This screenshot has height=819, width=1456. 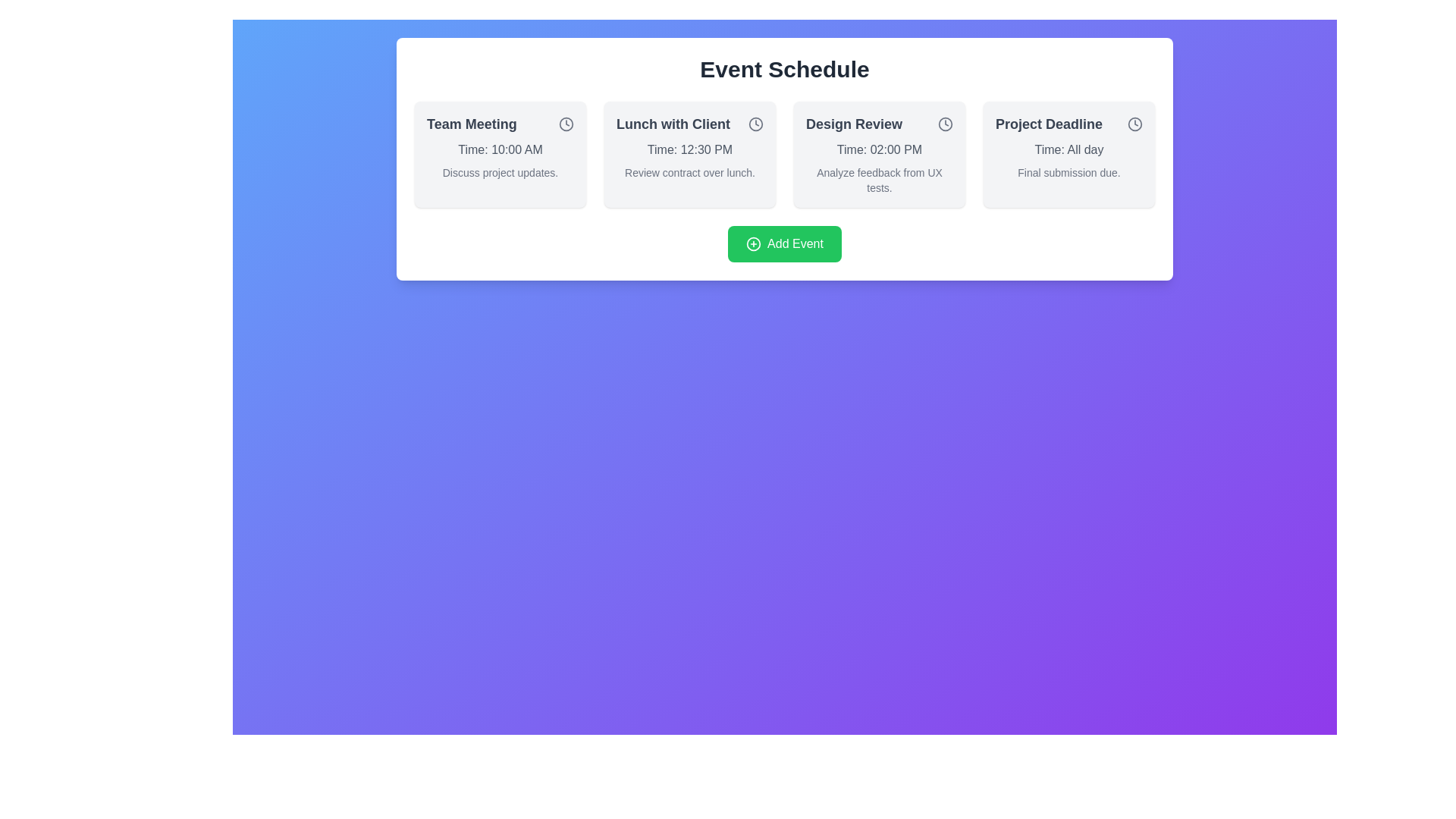 I want to click on the circular icon styled like a clock face, located at the top-right corner of the 'Lunch with Client' event card in the event schedule area, so click(x=756, y=124).